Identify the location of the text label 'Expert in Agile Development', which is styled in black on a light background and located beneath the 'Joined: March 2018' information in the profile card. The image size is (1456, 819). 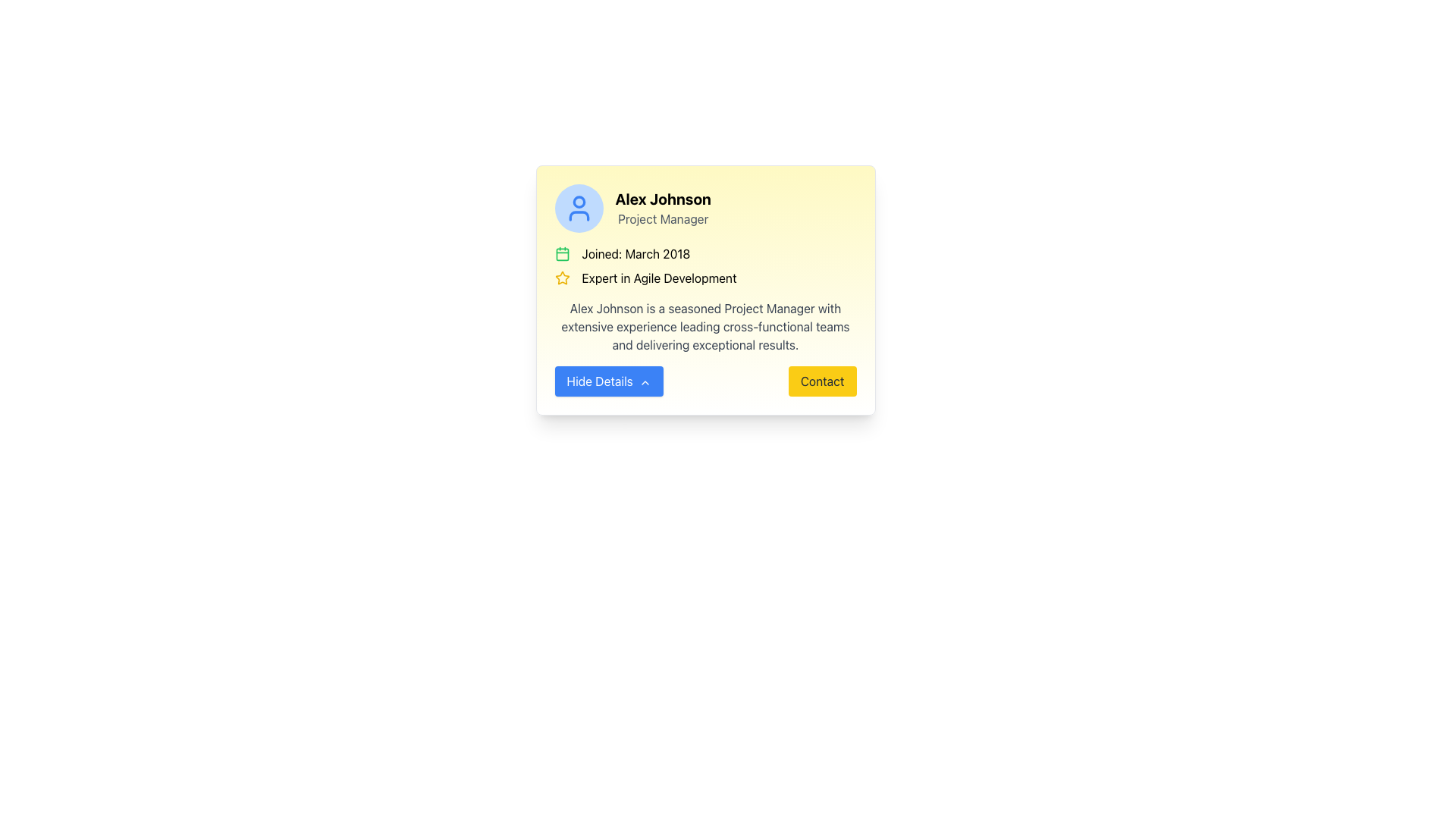
(659, 278).